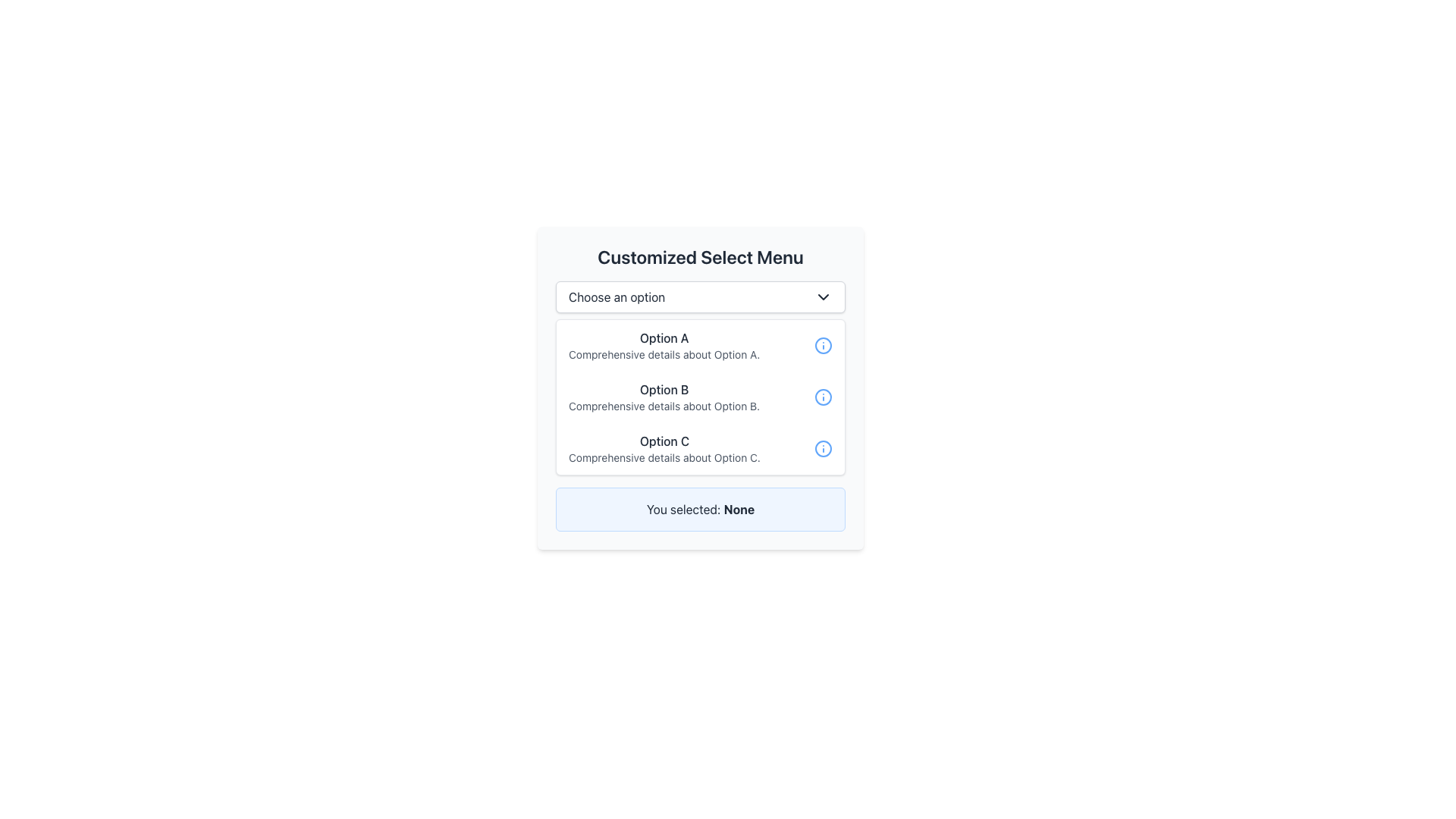 Image resolution: width=1456 pixels, height=819 pixels. I want to click on the third item in the dropdown menu that allows users, so click(700, 447).